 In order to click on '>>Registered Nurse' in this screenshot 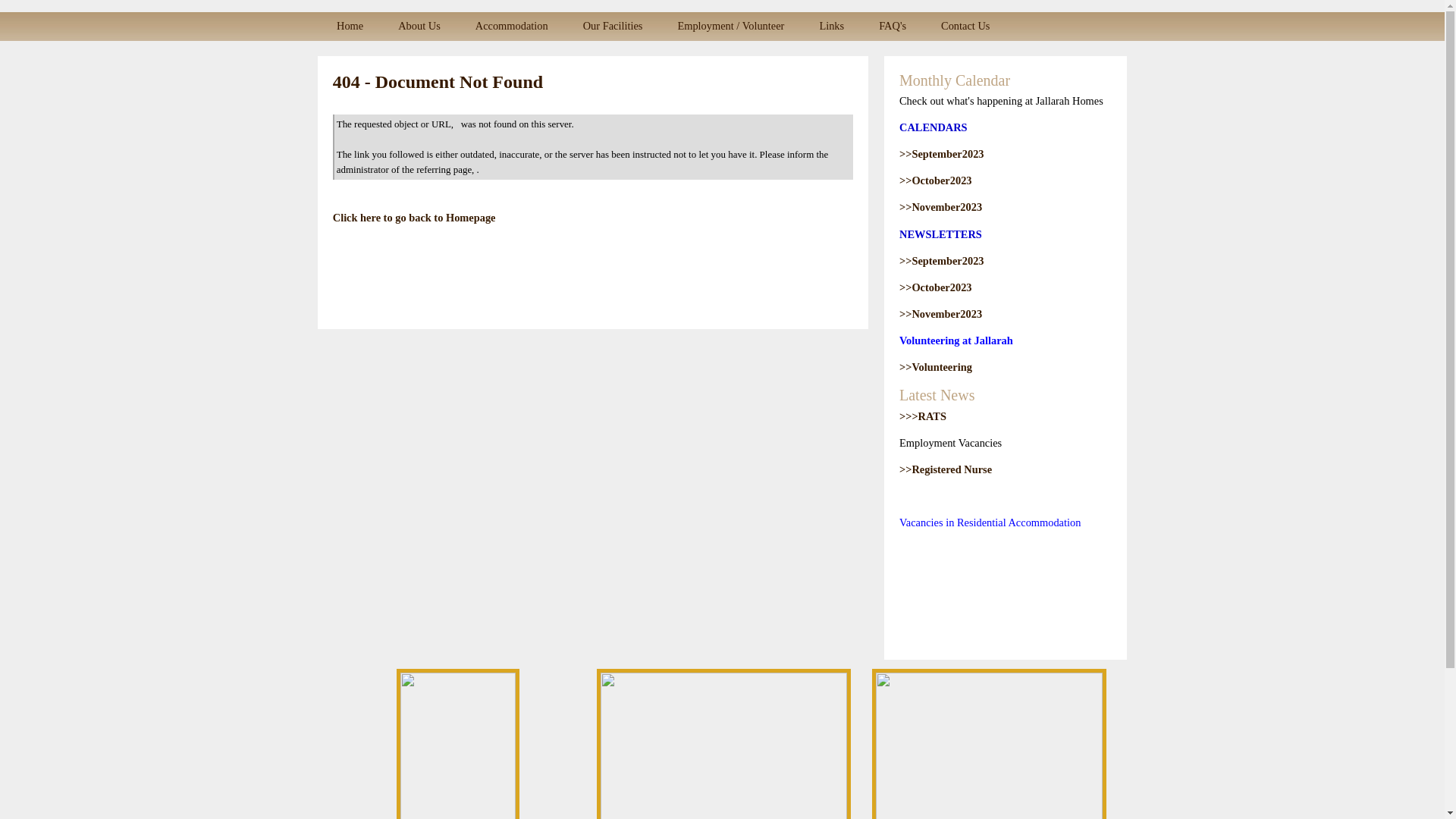, I will do `click(945, 468)`.